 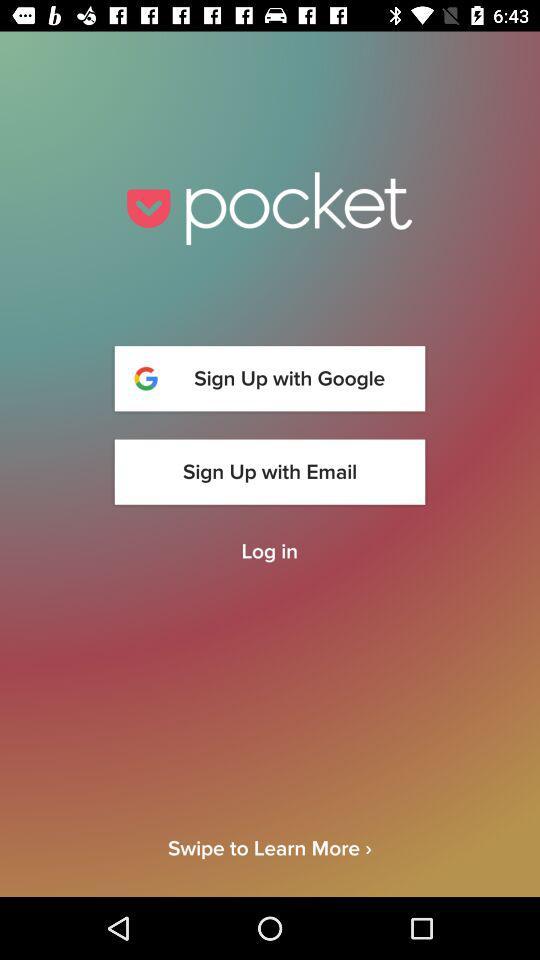 What do you see at coordinates (269, 551) in the screenshot?
I see `the item below sign up with icon` at bounding box center [269, 551].